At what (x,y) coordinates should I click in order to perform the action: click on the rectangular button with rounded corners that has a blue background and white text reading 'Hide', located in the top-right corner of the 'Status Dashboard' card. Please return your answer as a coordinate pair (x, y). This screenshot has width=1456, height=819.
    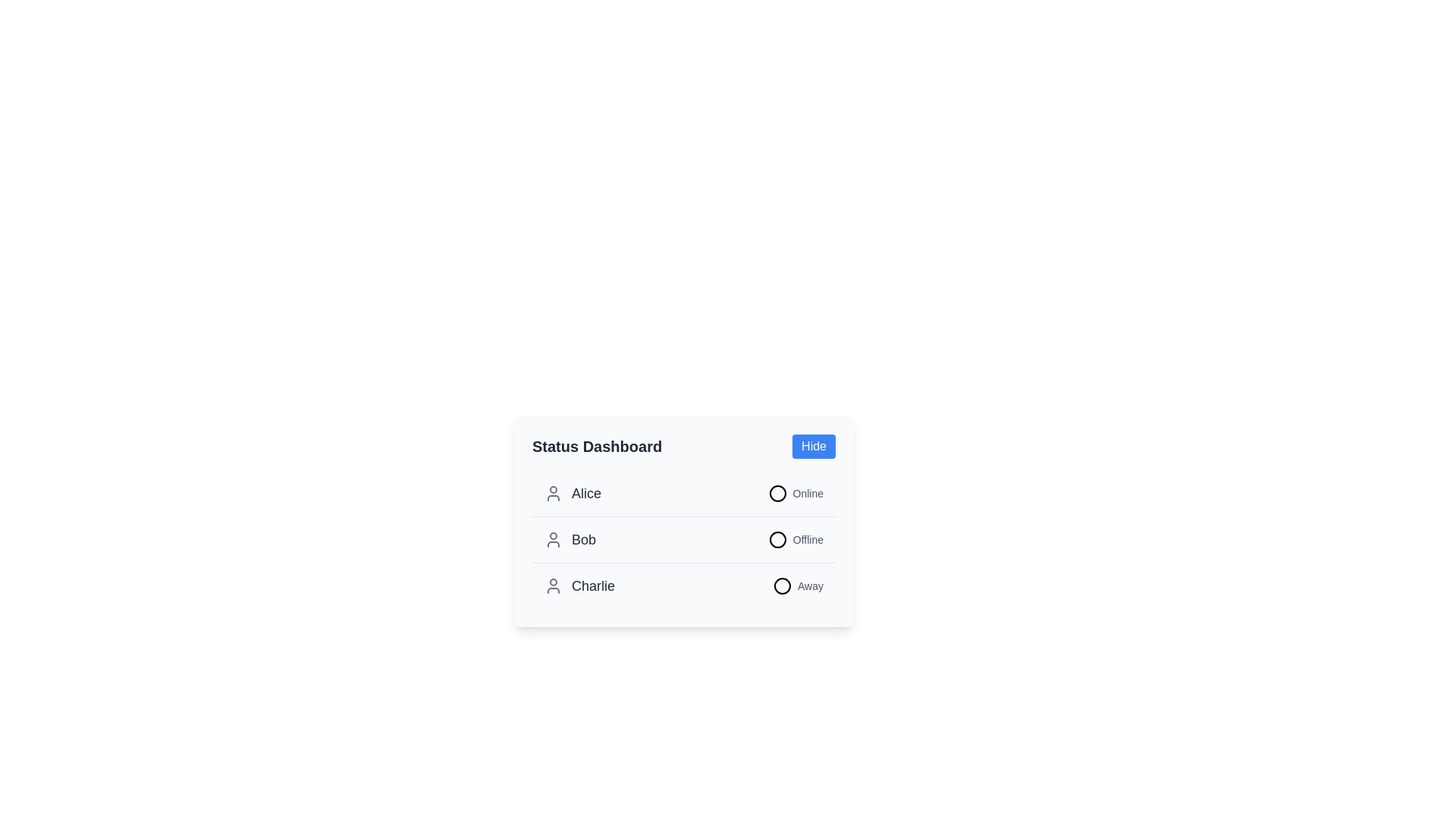
    Looking at the image, I should click on (813, 446).